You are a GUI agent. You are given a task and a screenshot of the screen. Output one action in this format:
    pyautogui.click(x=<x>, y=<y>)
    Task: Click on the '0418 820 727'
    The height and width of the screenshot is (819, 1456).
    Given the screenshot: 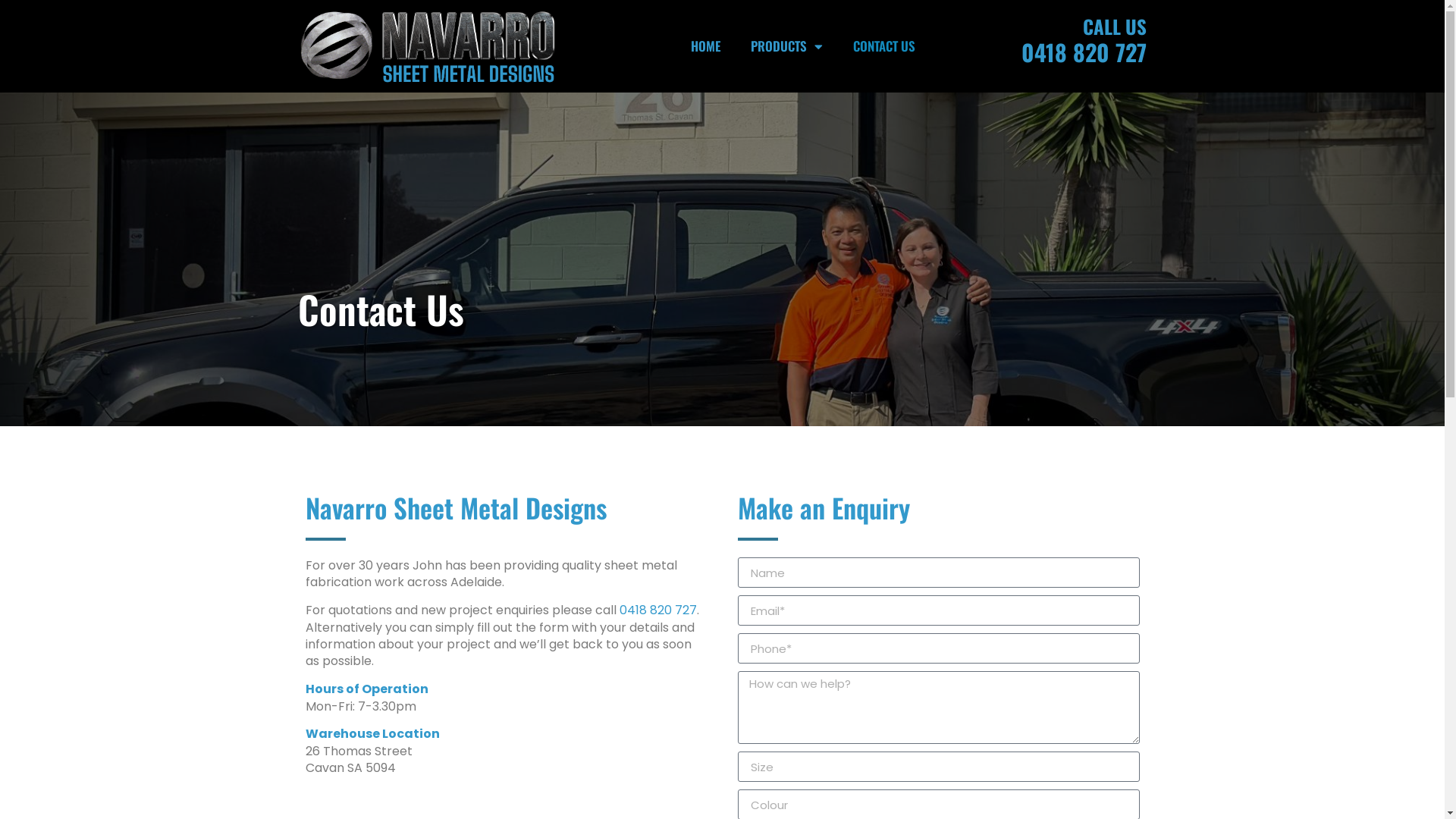 What is the action you would take?
    pyautogui.click(x=657, y=609)
    